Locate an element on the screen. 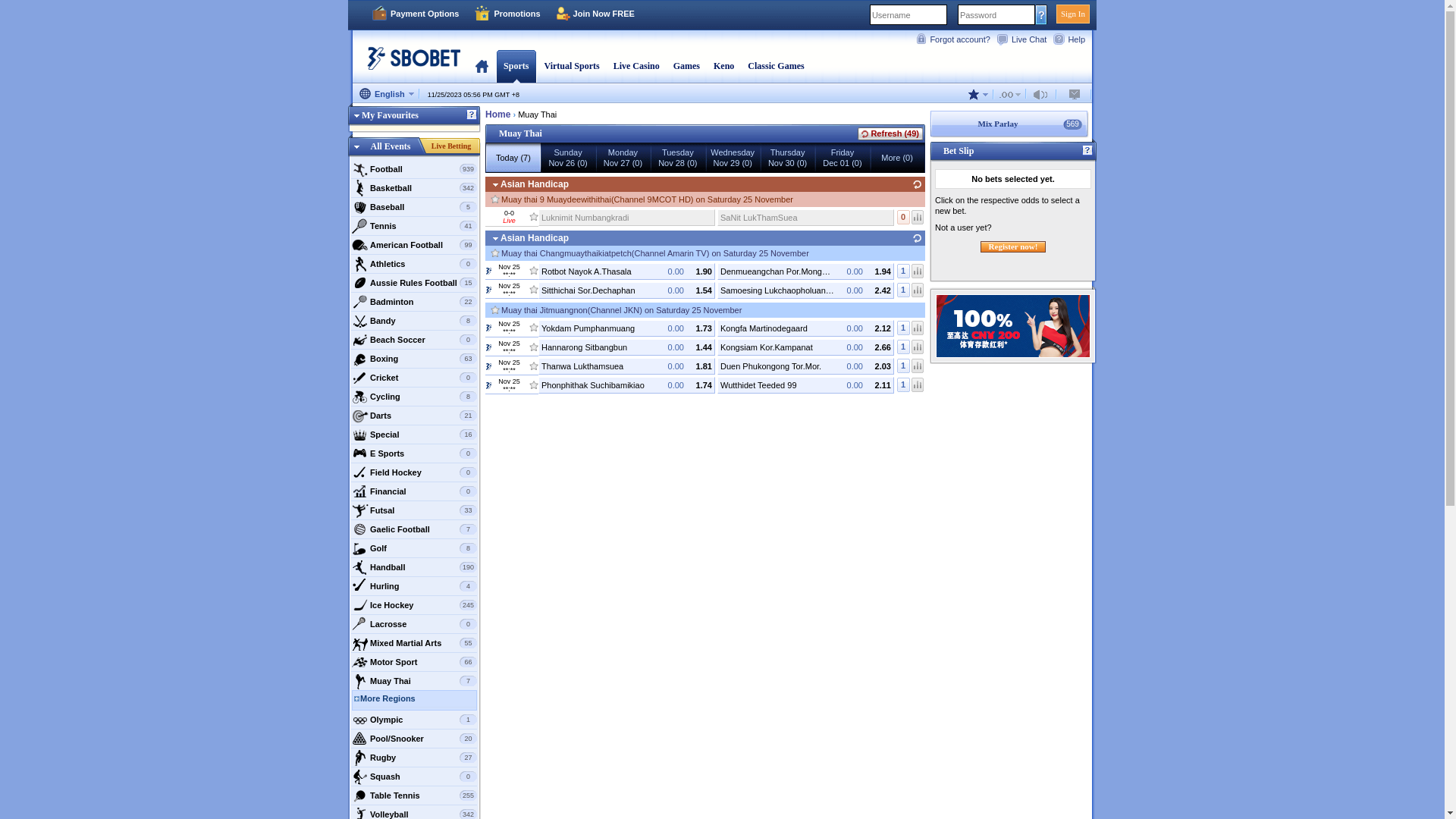 This screenshot has width=1456, height=819. 'Live Betting' is located at coordinates (425, 146).